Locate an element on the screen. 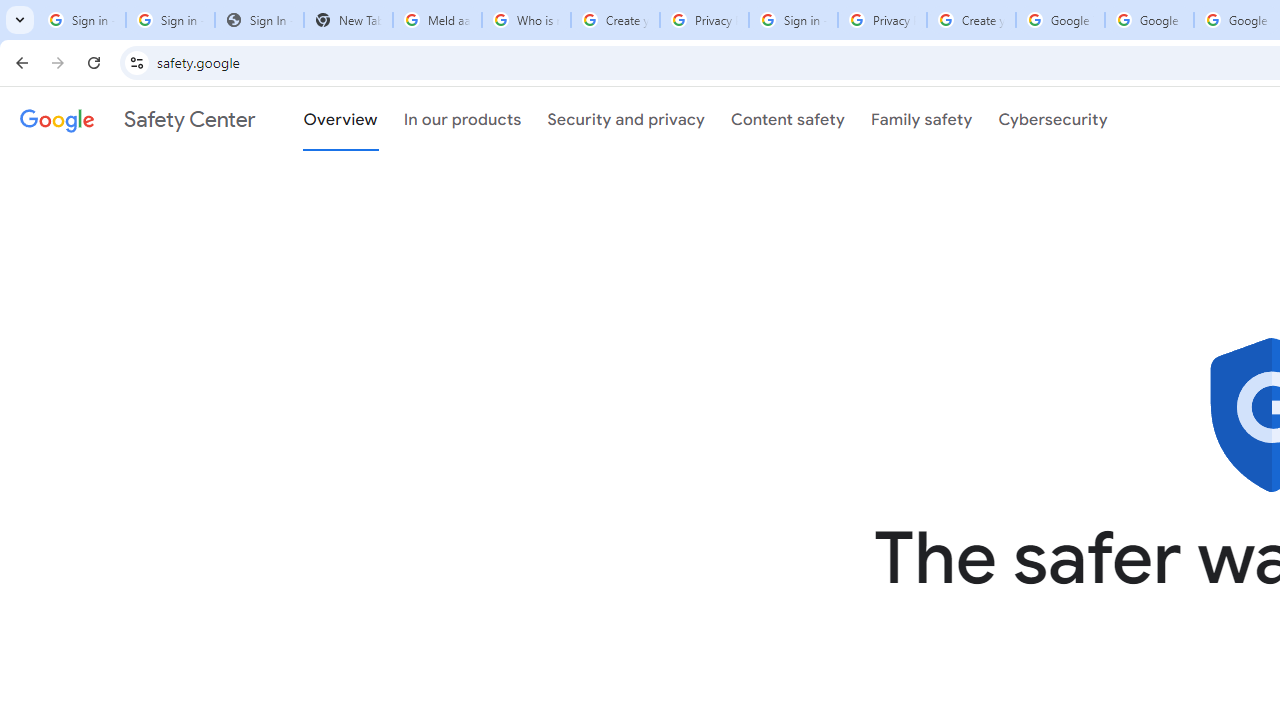  'Family safety' is located at coordinates (920, 119).